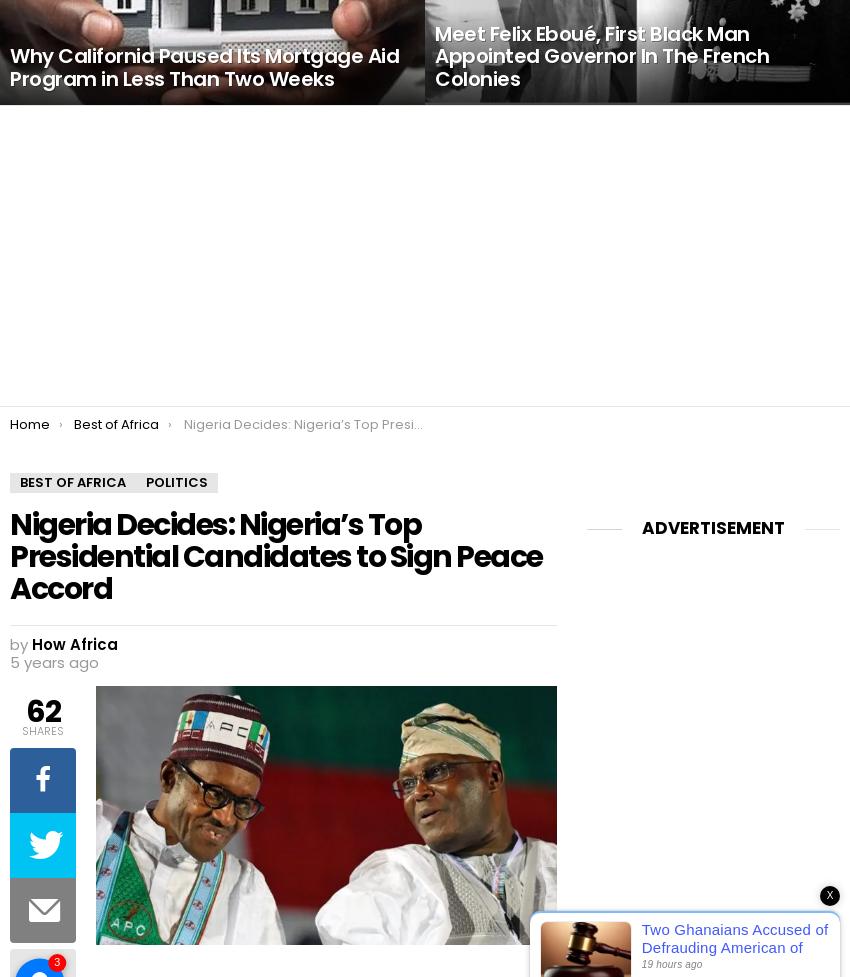 Image resolution: width=850 pixels, height=977 pixels. What do you see at coordinates (9, 643) in the screenshot?
I see `'by'` at bounding box center [9, 643].